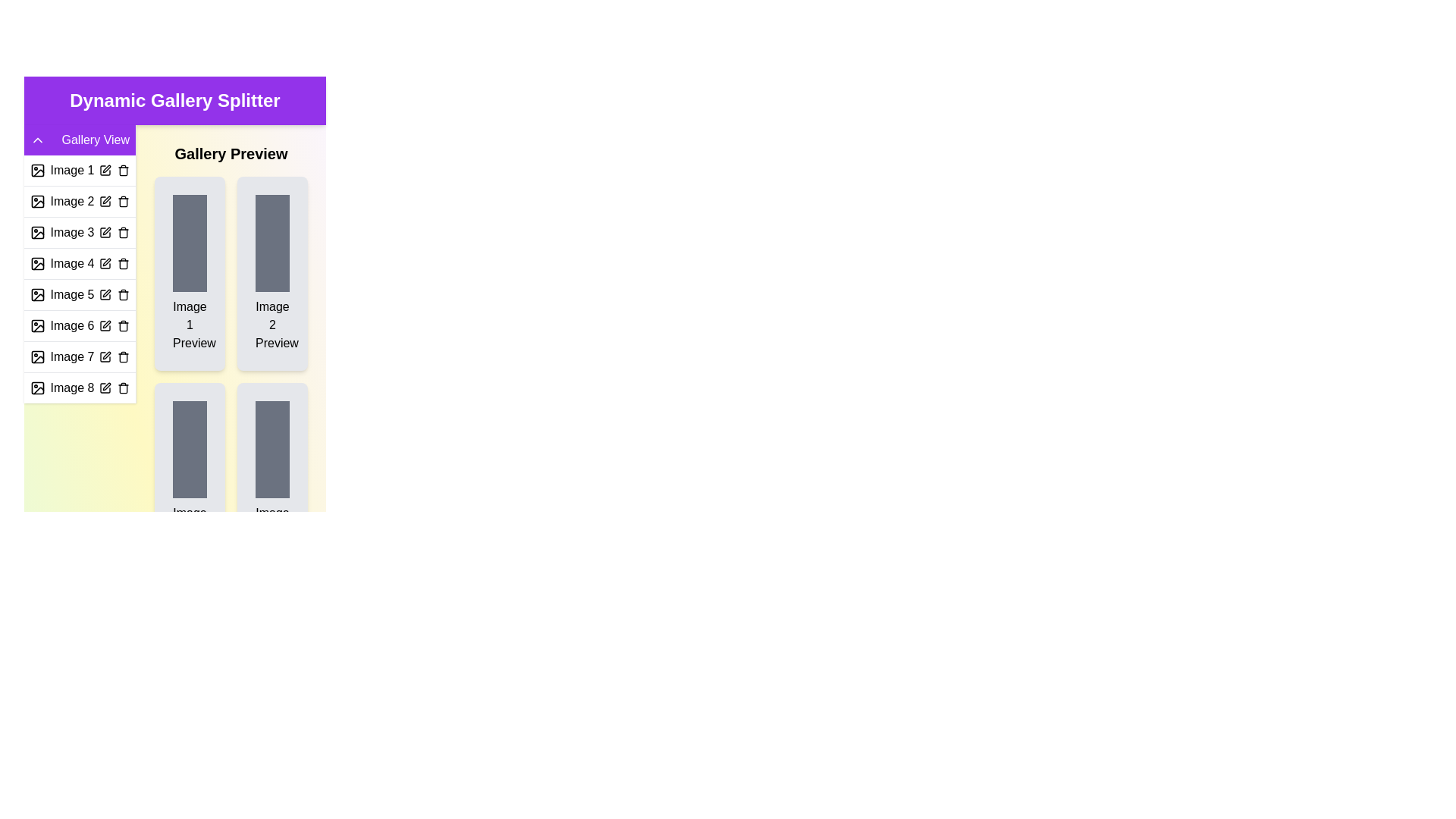  Describe the element at coordinates (71, 233) in the screenshot. I see `the text label in the 'Gallery View' panel that identifies the third image, positioned between 'Image 2' and 'Image 4'` at that location.